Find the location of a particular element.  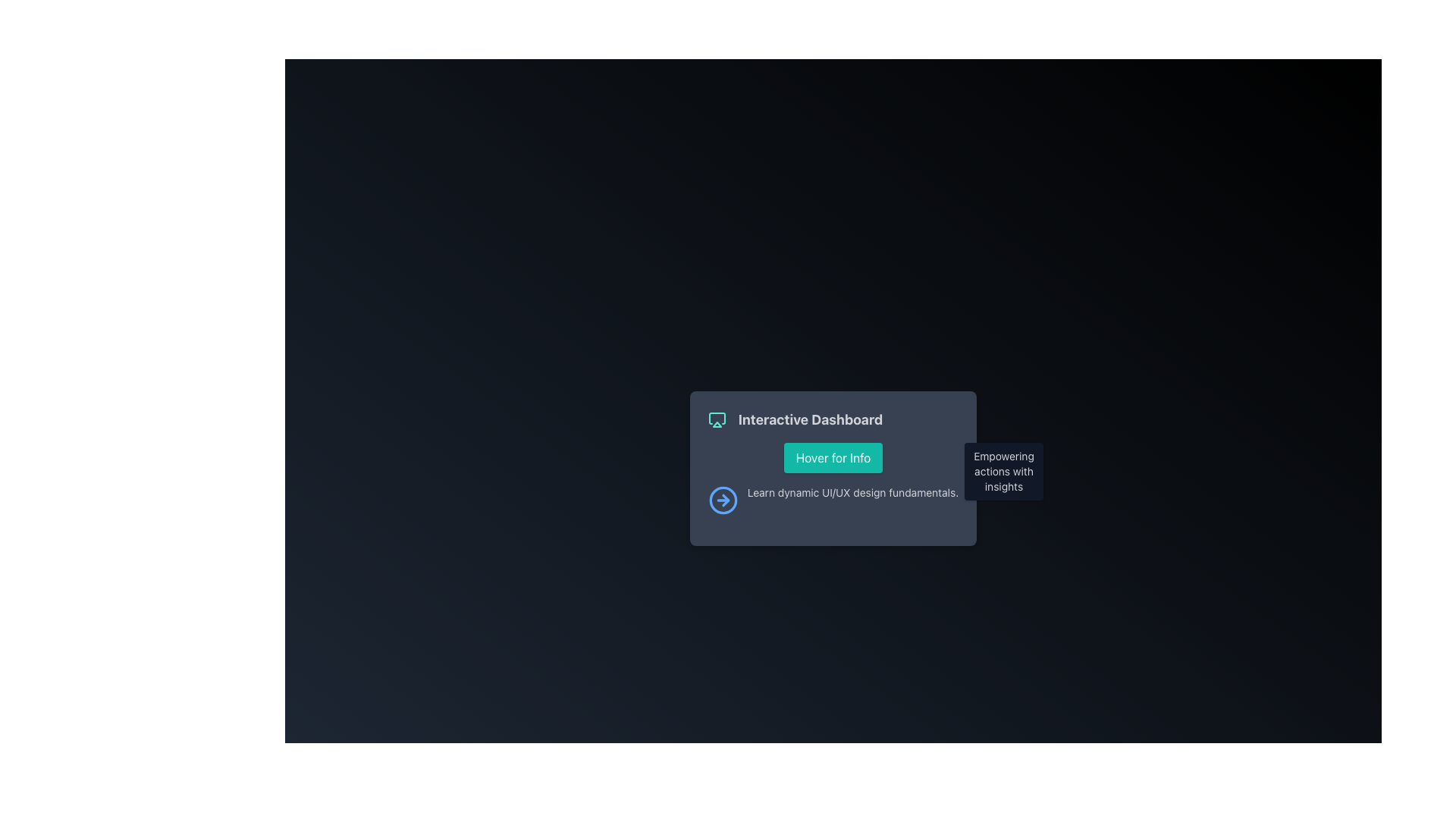

the static label or text display that provides an overview of UI/UX design fundamentals, which is located adjacent to a right-arrow icon and below a 'Hover for Info' button is located at coordinates (852, 500).